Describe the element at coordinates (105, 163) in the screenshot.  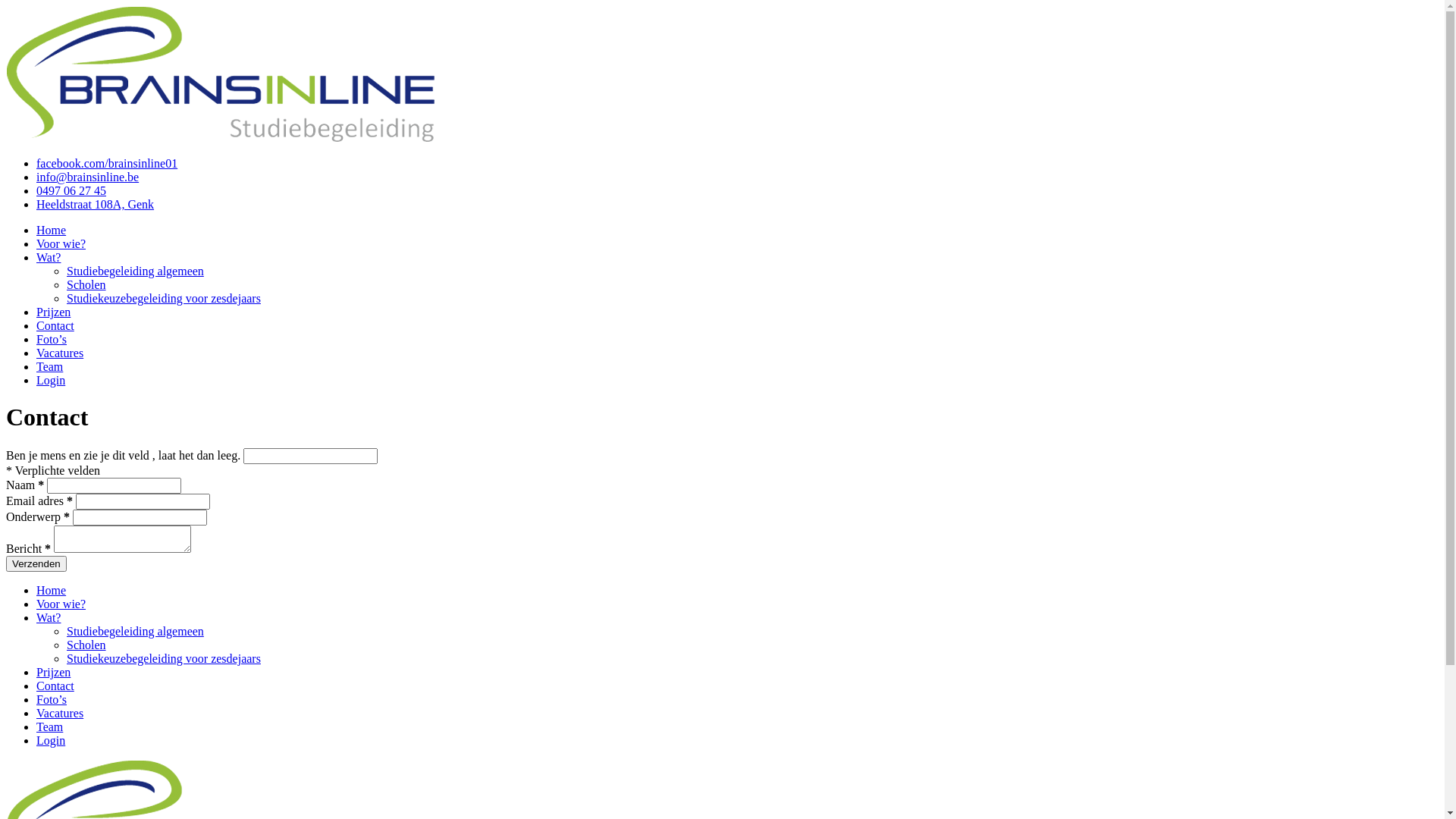
I see `'facebook.com/brainsinline01'` at that location.